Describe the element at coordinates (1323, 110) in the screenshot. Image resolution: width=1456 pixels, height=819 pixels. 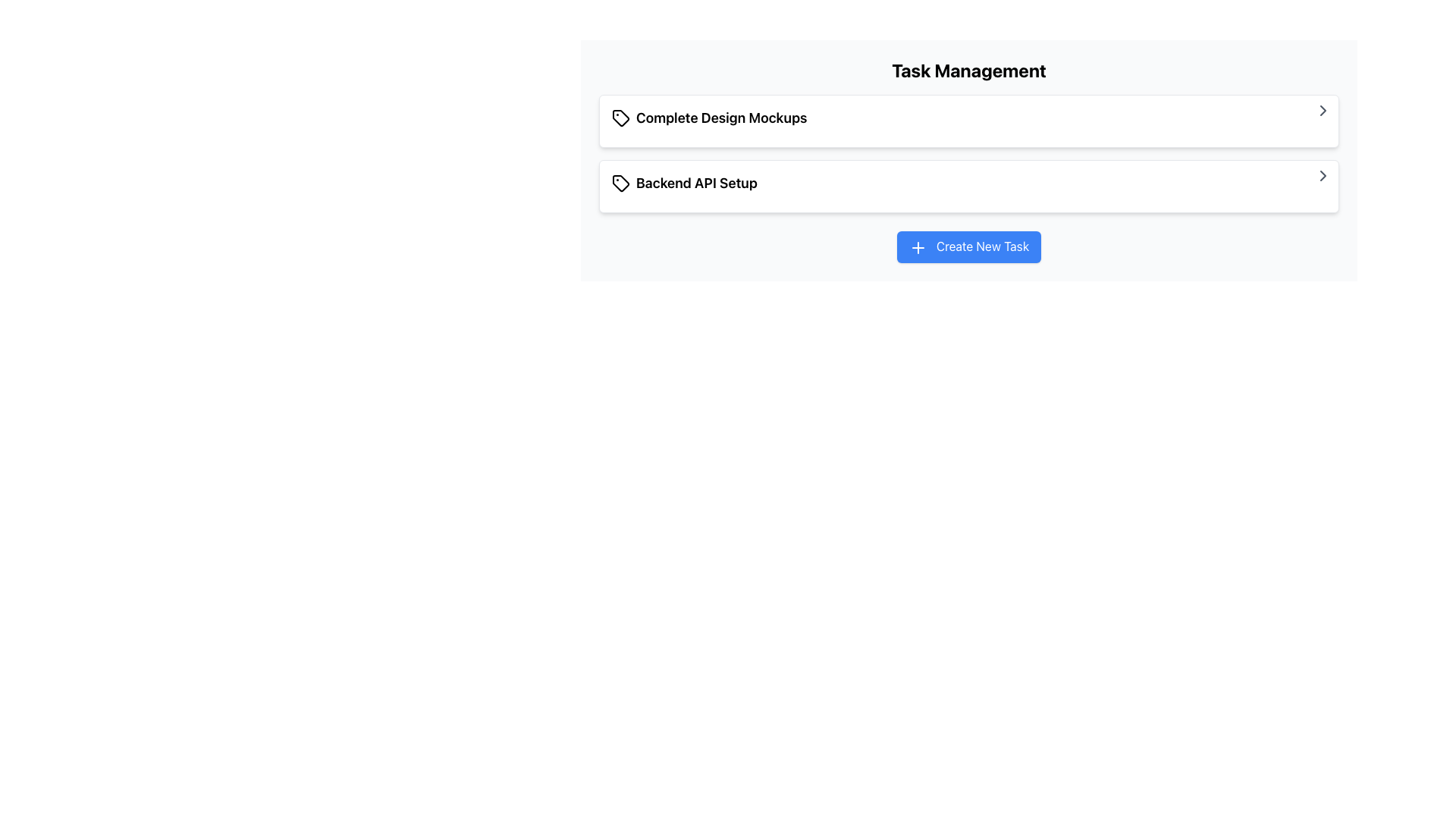
I see `the right-oriented chevron arrow icon located in the top-right corner of the 'Complete Design Mockups' component` at that location.